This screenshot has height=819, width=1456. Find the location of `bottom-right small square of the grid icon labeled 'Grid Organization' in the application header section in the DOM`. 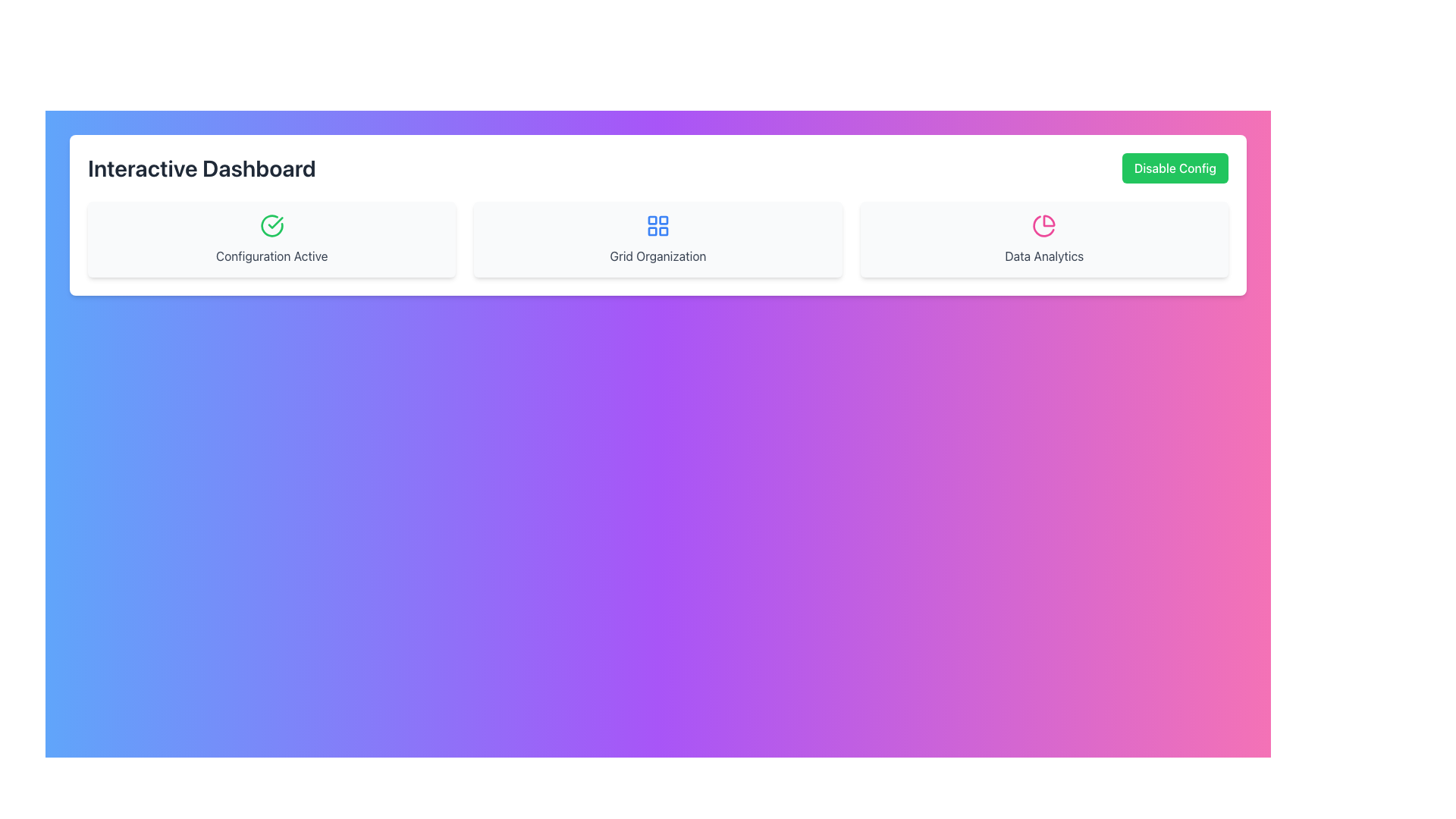

bottom-right small square of the grid icon labeled 'Grid Organization' in the application header section in the DOM is located at coordinates (664, 231).